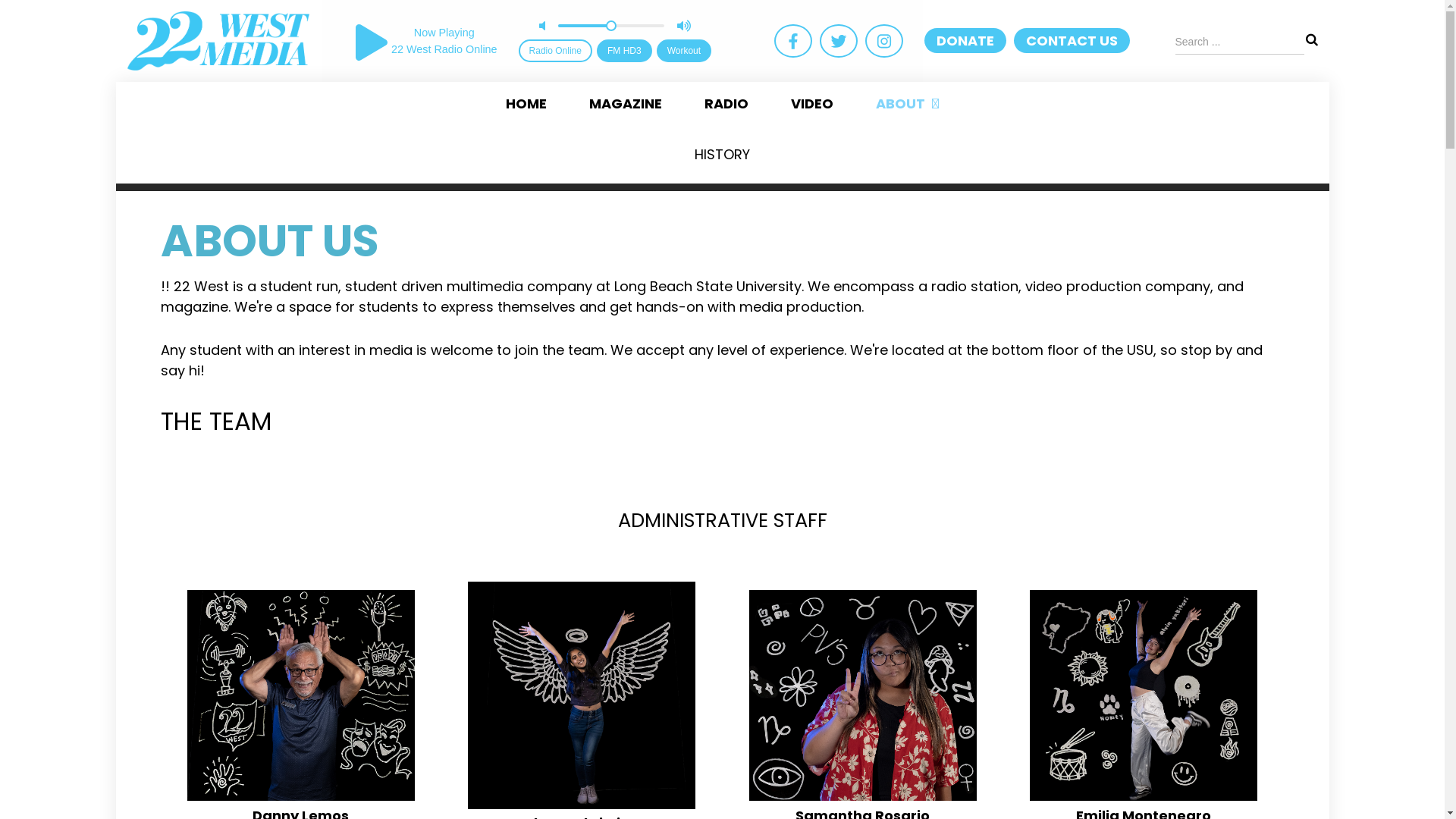 The width and height of the screenshot is (1456, 819). I want to click on 'DONATE', so click(935, 39).